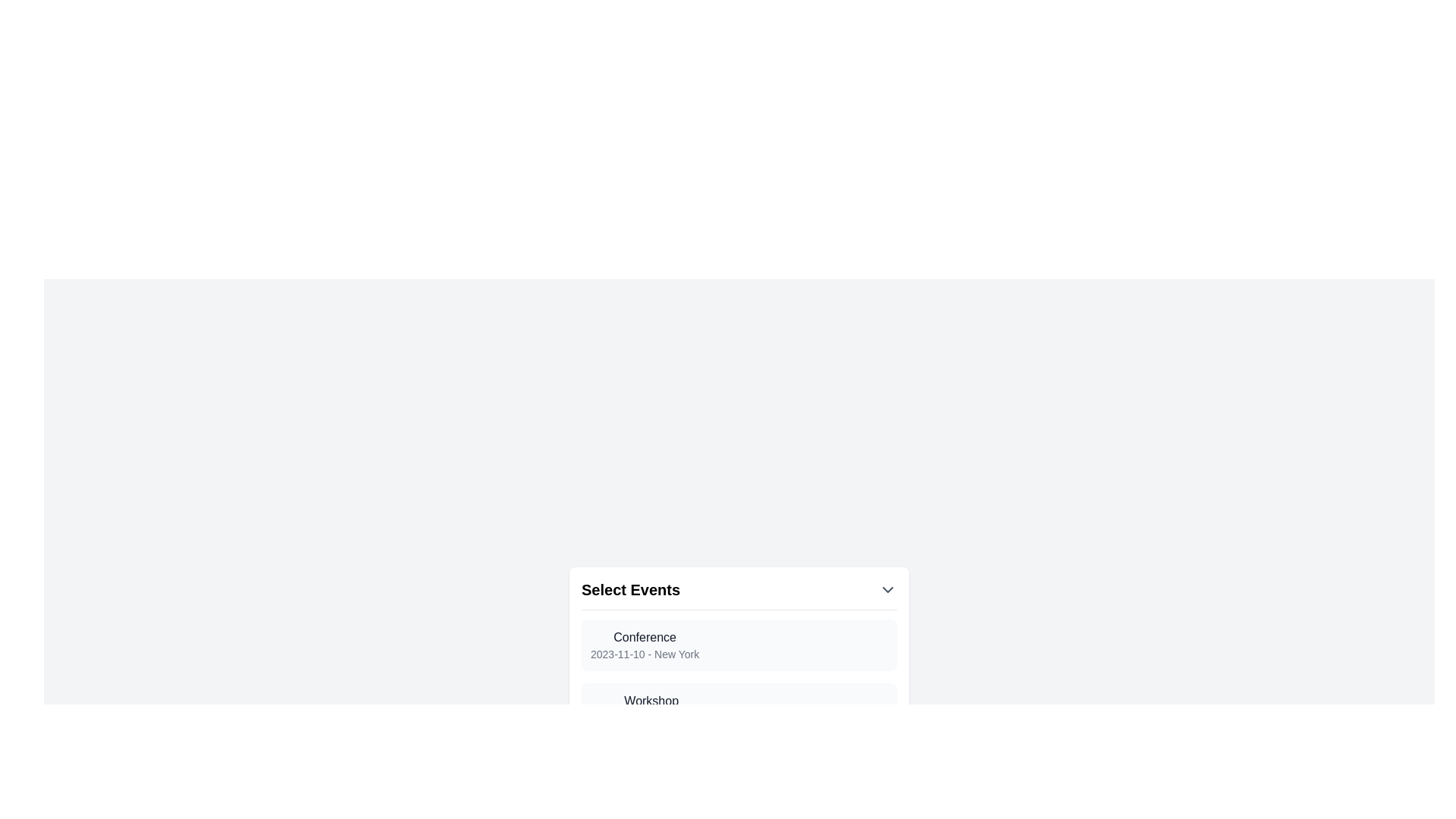 This screenshot has height=819, width=1456. What do you see at coordinates (645, 637) in the screenshot?
I see `the 'Conference' text label` at bounding box center [645, 637].